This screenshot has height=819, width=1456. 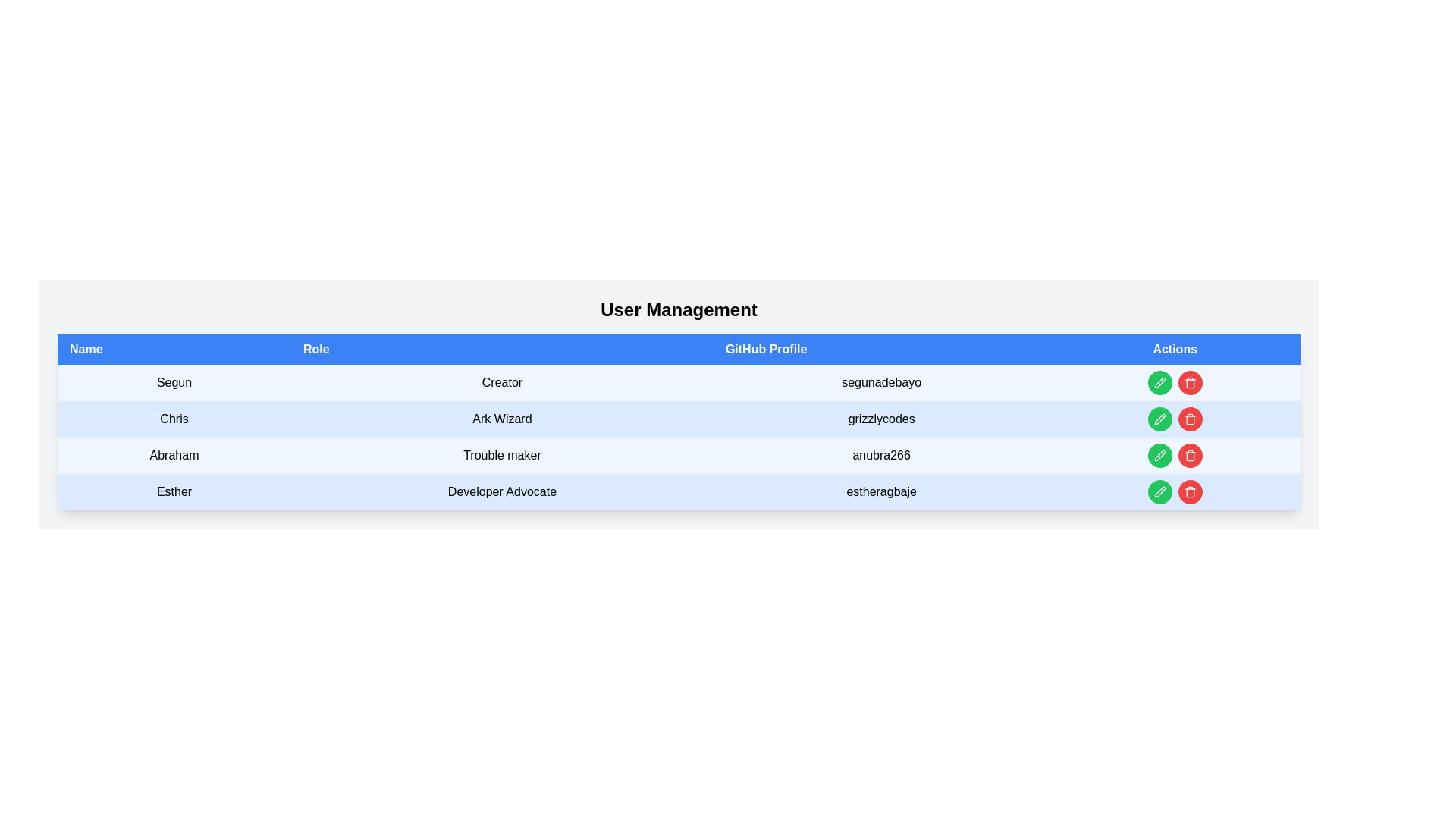 I want to click on the small, round, green button with a white pencil icon in the 'Actions' column corresponding to 'Esther', so click(x=1159, y=491).